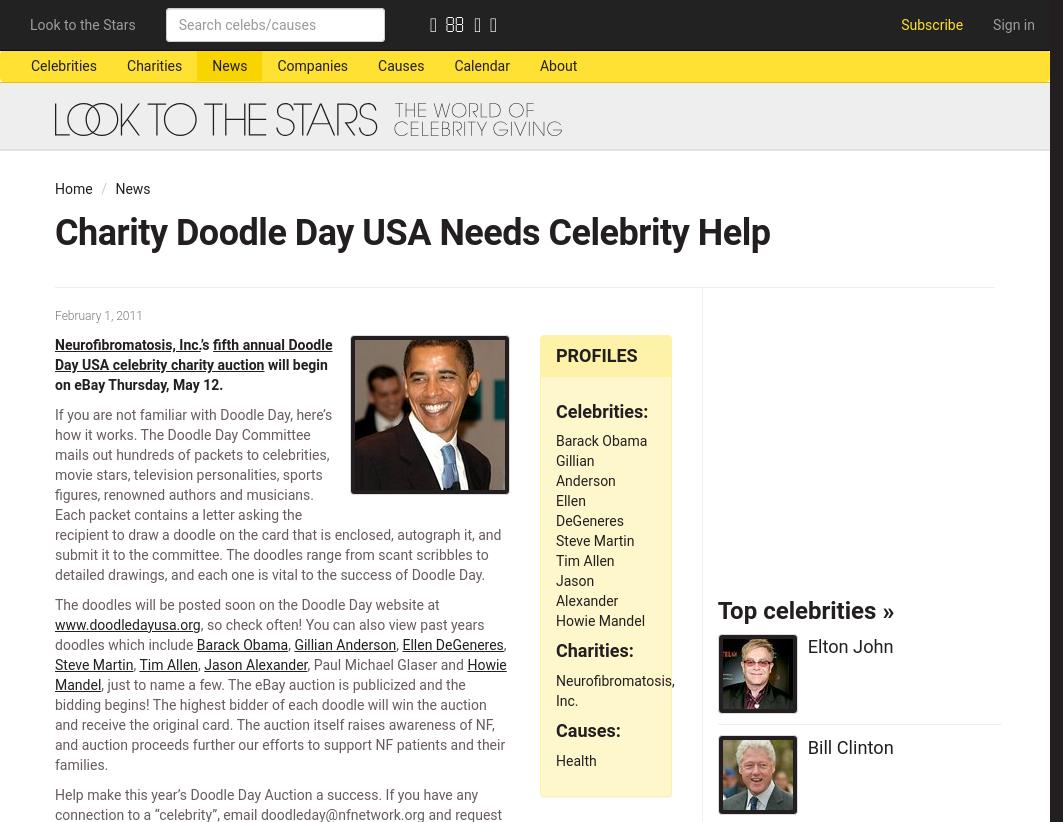 The height and width of the screenshot is (822, 1063). I want to click on 'Bill Clinton', so click(848, 745).